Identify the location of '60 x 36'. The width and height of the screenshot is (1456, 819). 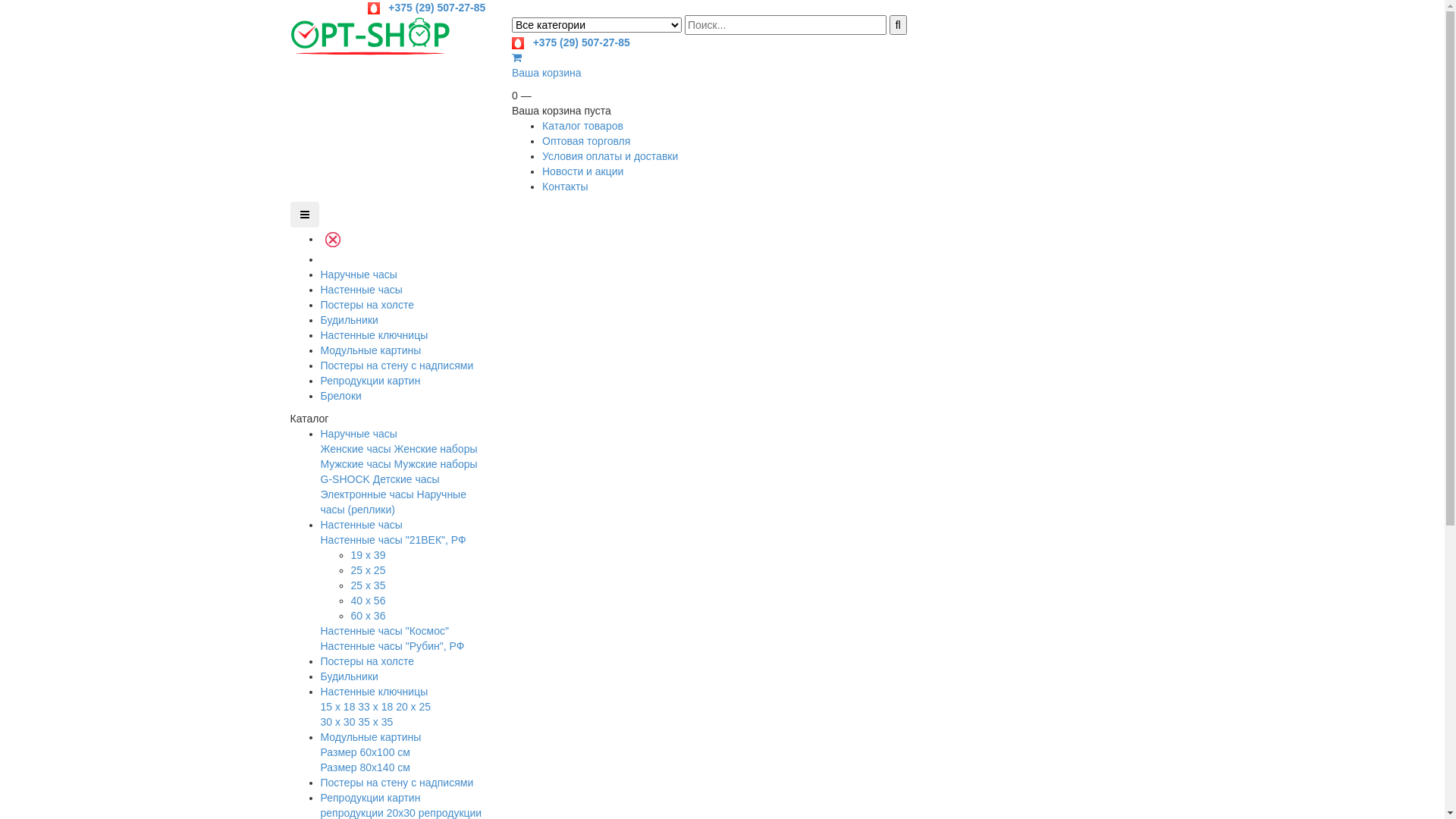
(367, 616).